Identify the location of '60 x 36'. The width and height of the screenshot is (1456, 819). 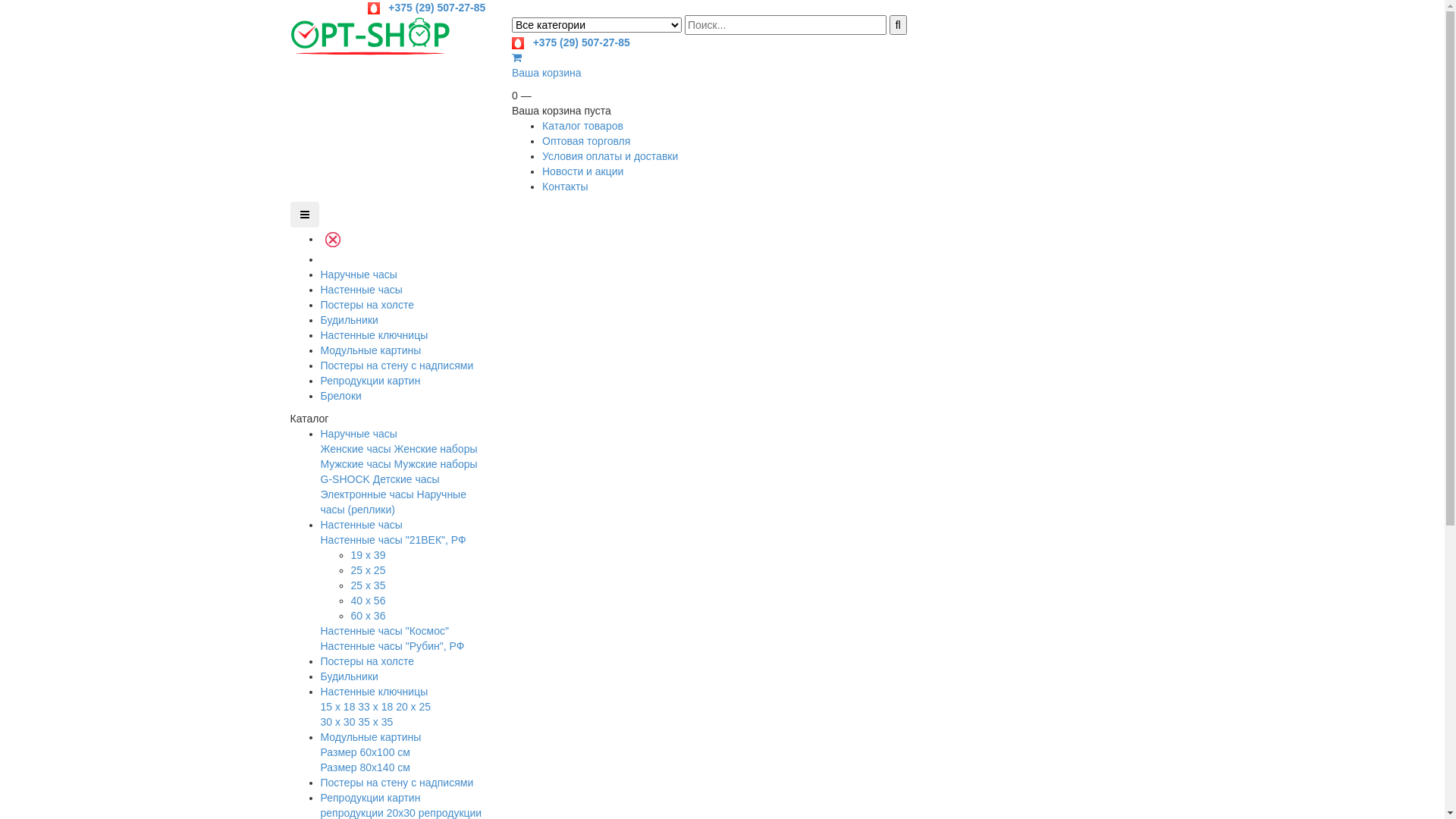
(367, 616).